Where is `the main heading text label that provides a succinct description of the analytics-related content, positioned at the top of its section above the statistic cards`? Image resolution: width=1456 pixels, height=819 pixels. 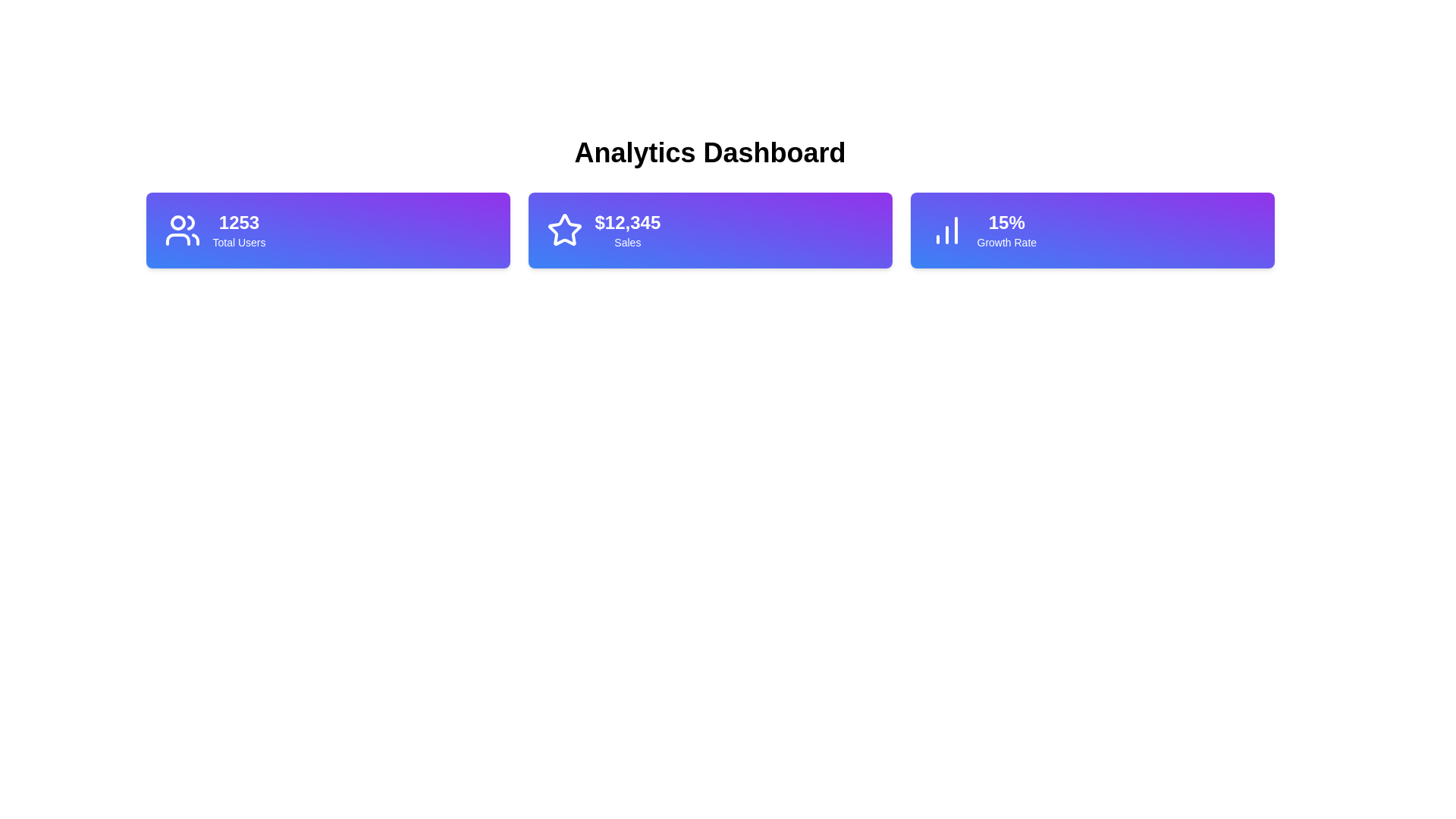 the main heading text label that provides a succinct description of the analytics-related content, positioned at the top of its section above the statistic cards is located at coordinates (709, 152).